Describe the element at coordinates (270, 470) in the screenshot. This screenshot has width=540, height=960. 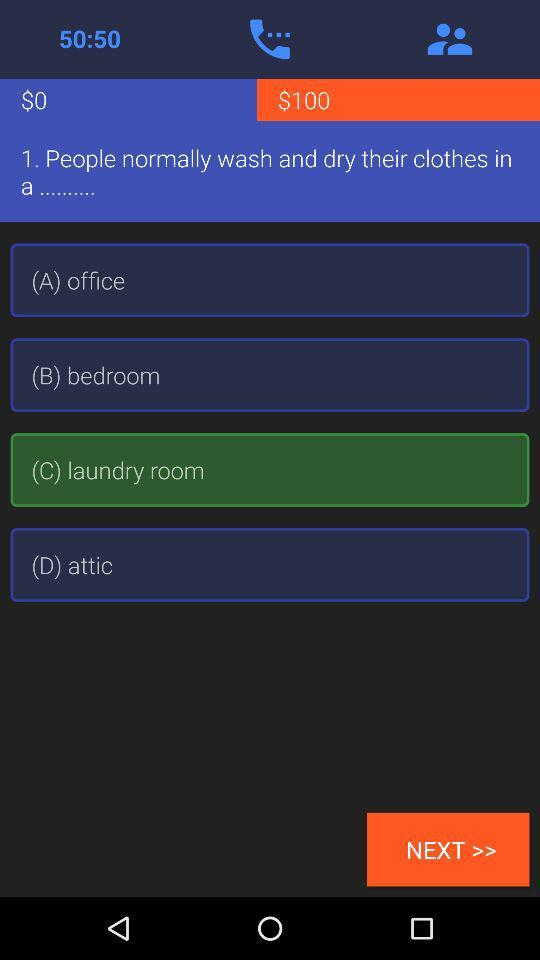
I see `the (c) laundry room icon` at that location.